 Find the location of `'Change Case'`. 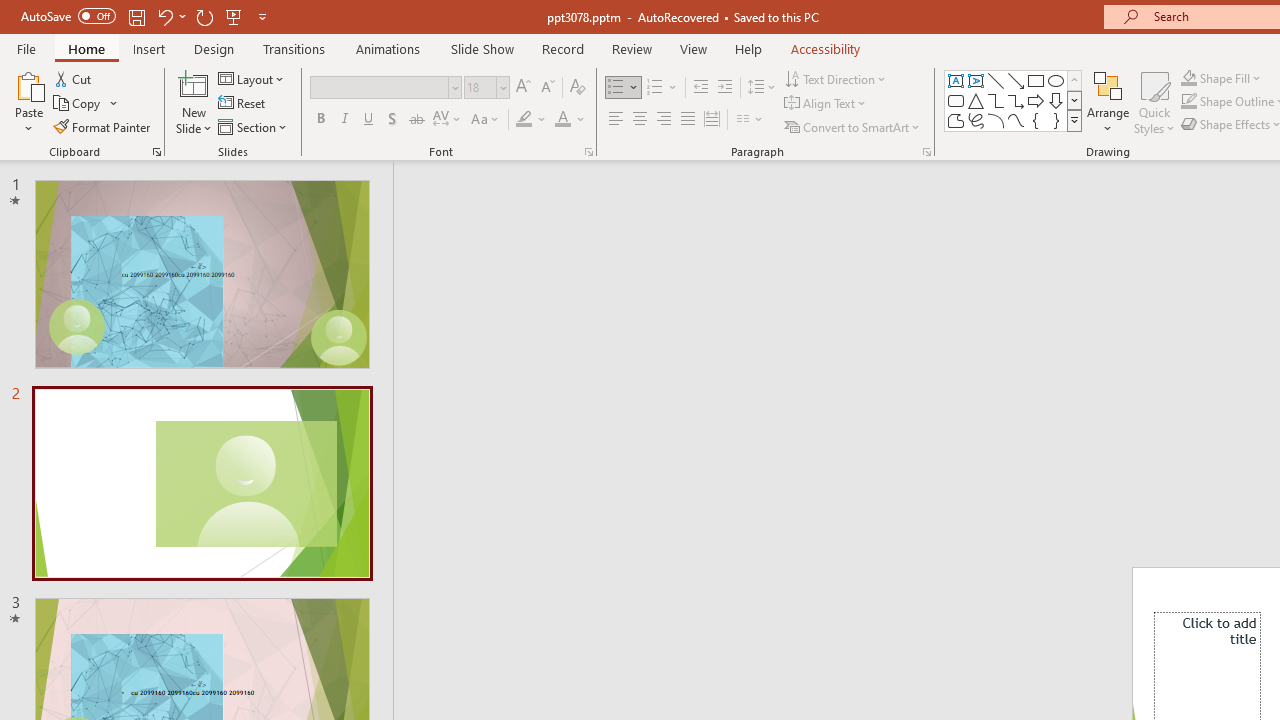

'Change Case' is located at coordinates (486, 119).